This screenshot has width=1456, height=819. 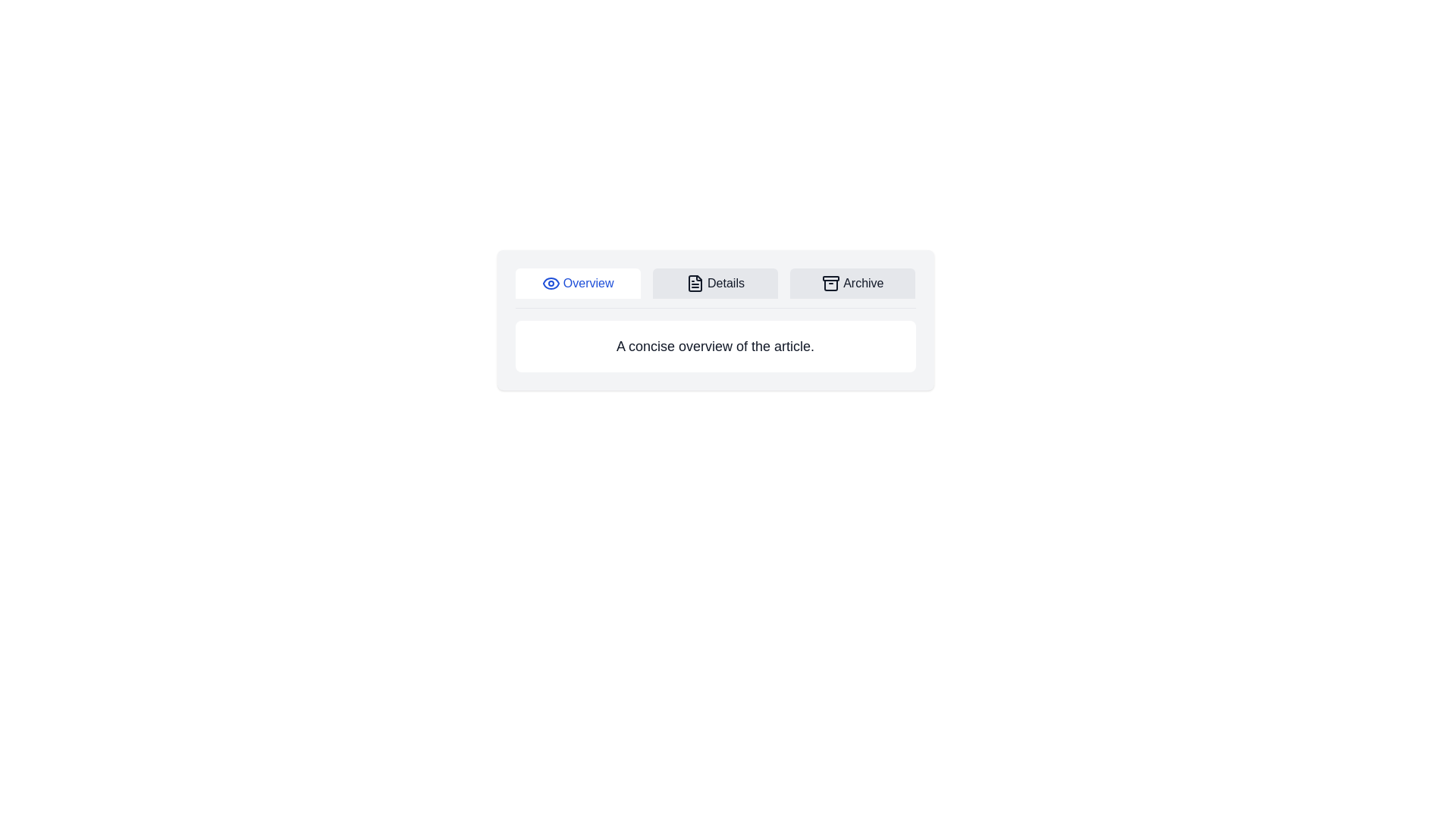 I want to click on the Overview tab to see the highlighting effect, so click(x=577, y=284).